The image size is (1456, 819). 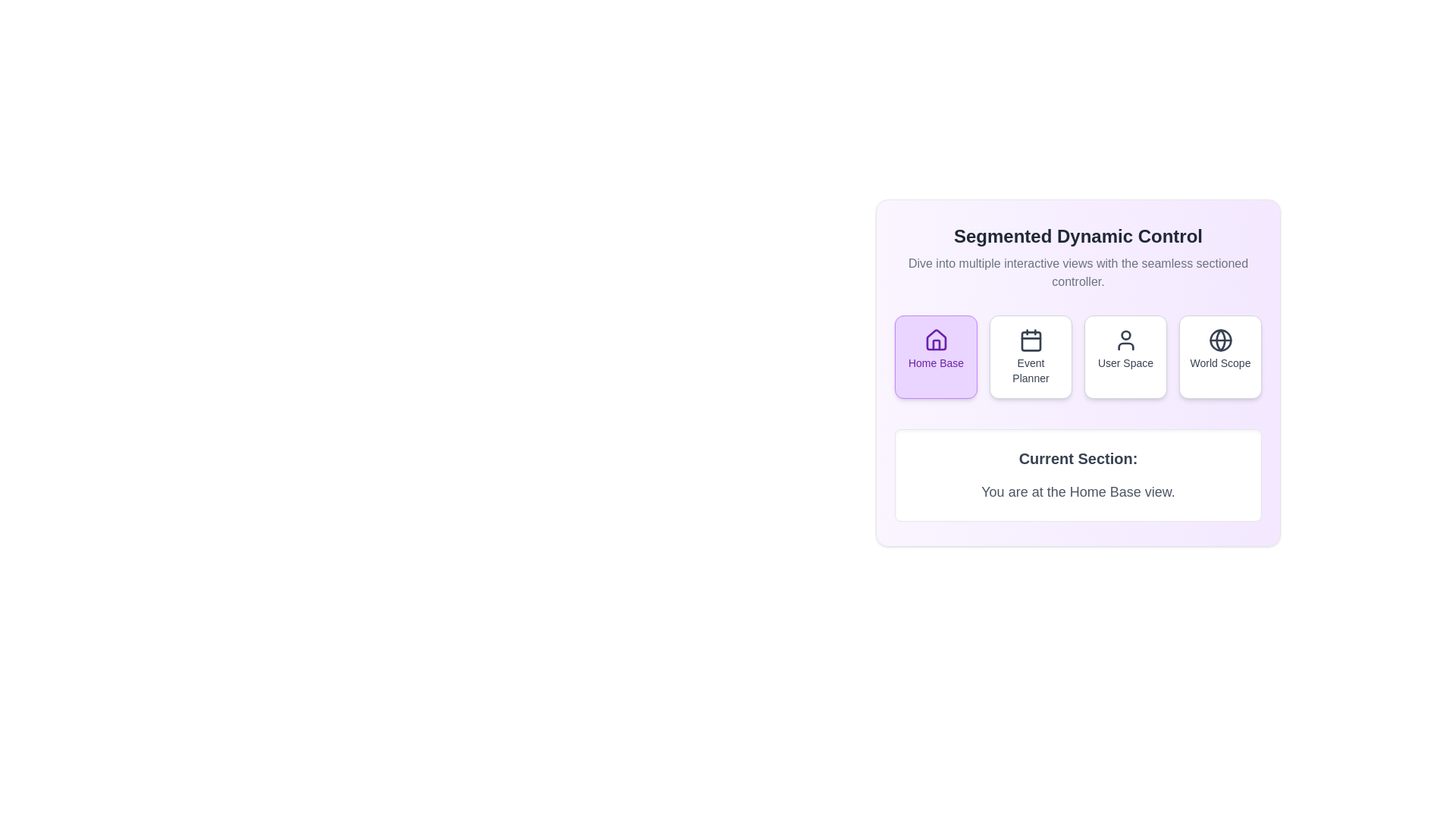 I want to click on the 'User Space' button, which is the third button in a series of four, styled with a white background and gray border, so click(x=1125, y=356).